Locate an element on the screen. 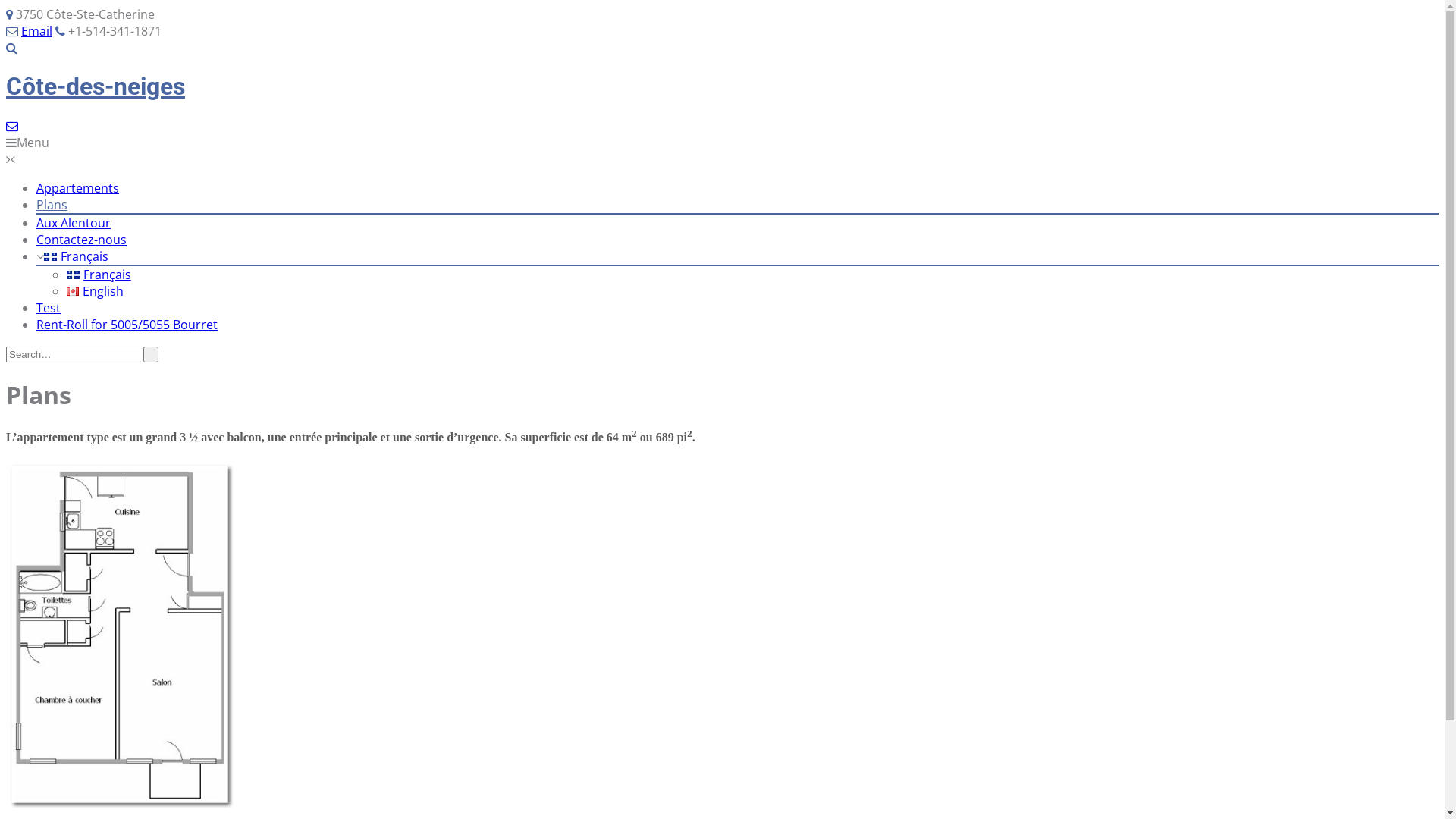 This screenshot has width=1456, height=819. 'Aux Alentour' is located at coordinates (72, 222).